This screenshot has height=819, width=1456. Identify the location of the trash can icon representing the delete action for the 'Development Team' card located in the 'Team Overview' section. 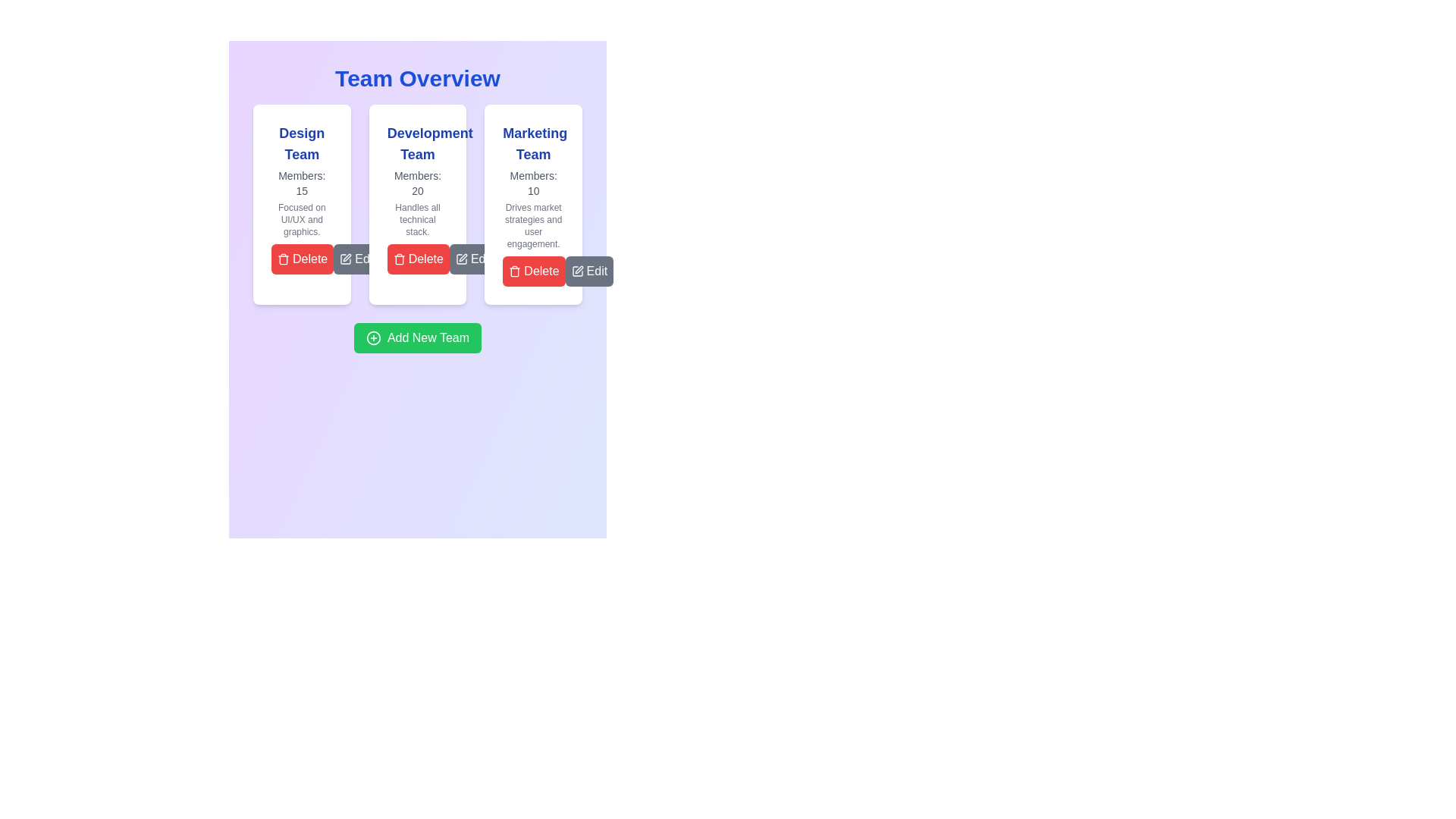
(399, 259).